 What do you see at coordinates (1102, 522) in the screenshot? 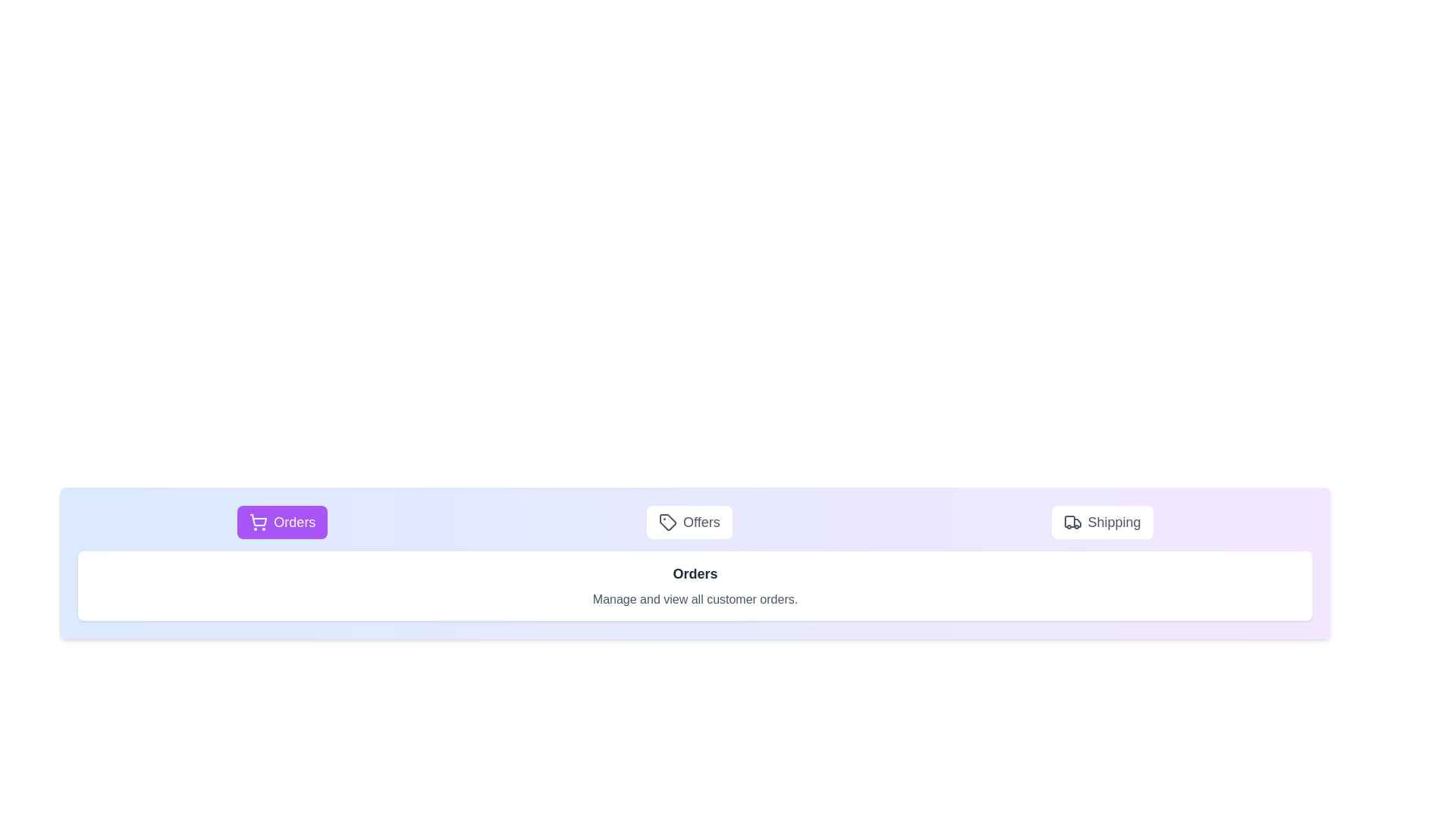
I see `the Shipping tab to display its content` at bounding box center [1102, 522].